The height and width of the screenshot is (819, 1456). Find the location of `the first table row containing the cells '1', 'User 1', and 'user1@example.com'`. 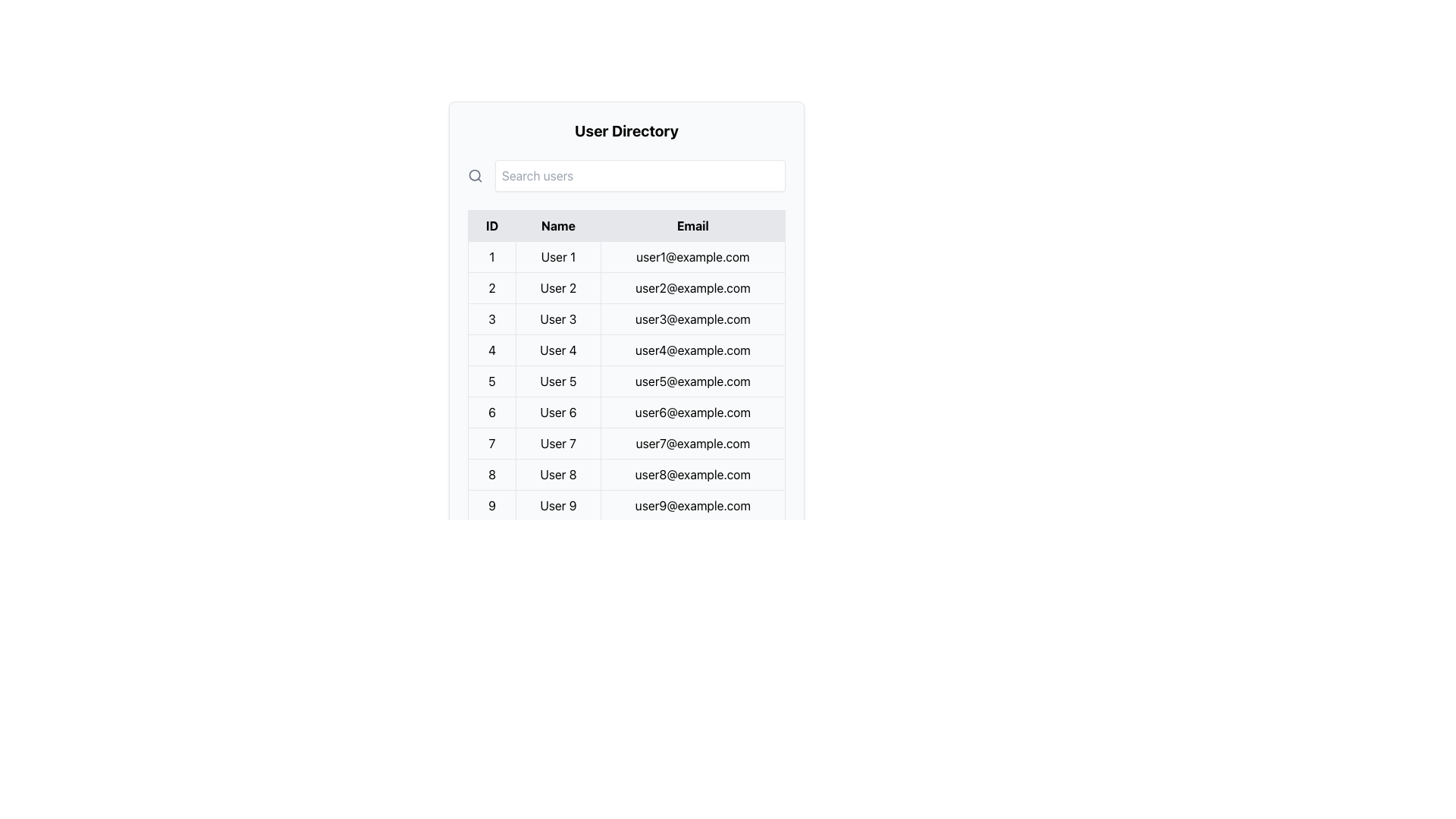

the first table row containing the cells '1', 'User 1', and 'user1@example.com' is located at coordinates (626, 256).